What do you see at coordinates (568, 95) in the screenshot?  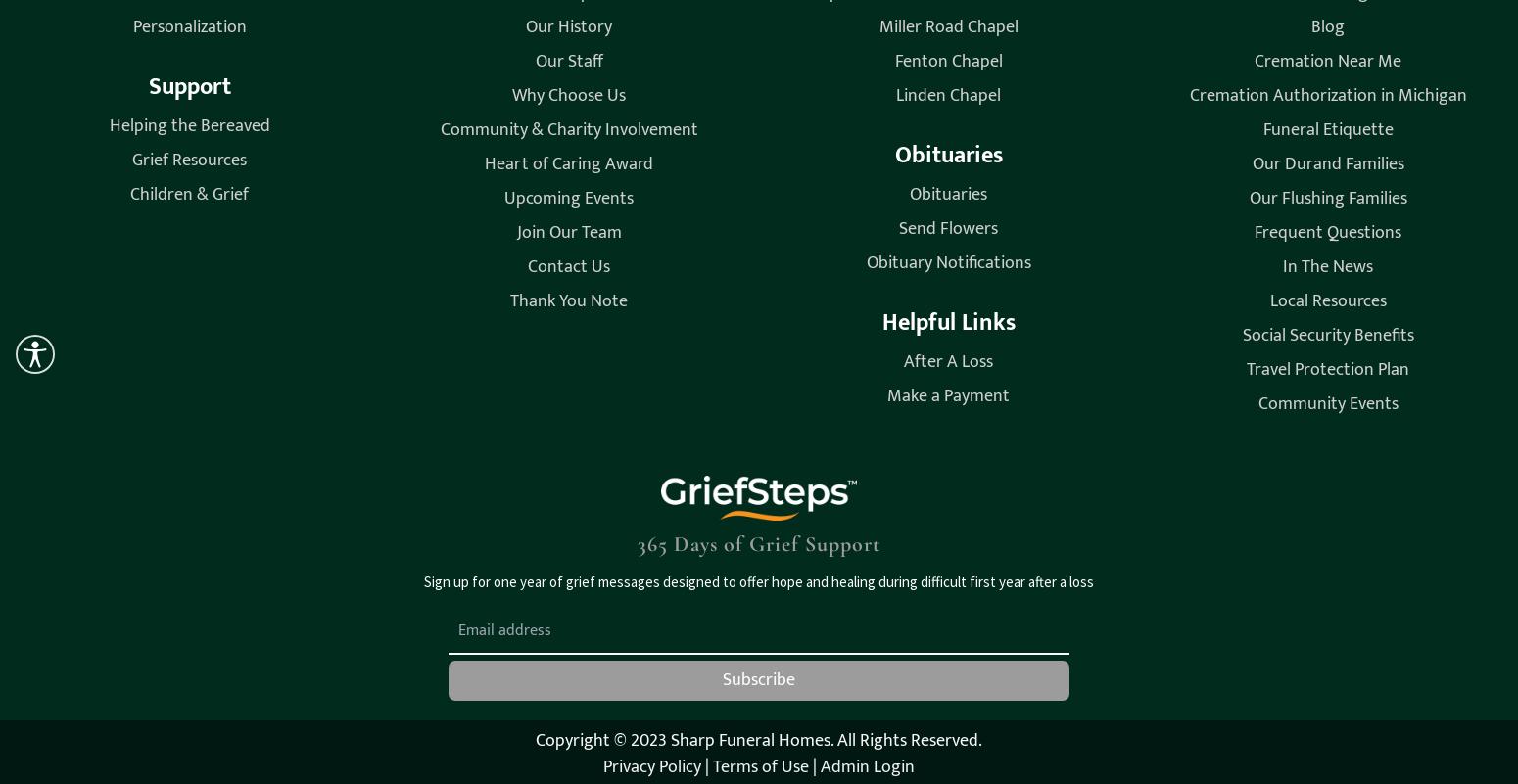 I see `'Why Choose Us'` at bounding box center [568, 95].